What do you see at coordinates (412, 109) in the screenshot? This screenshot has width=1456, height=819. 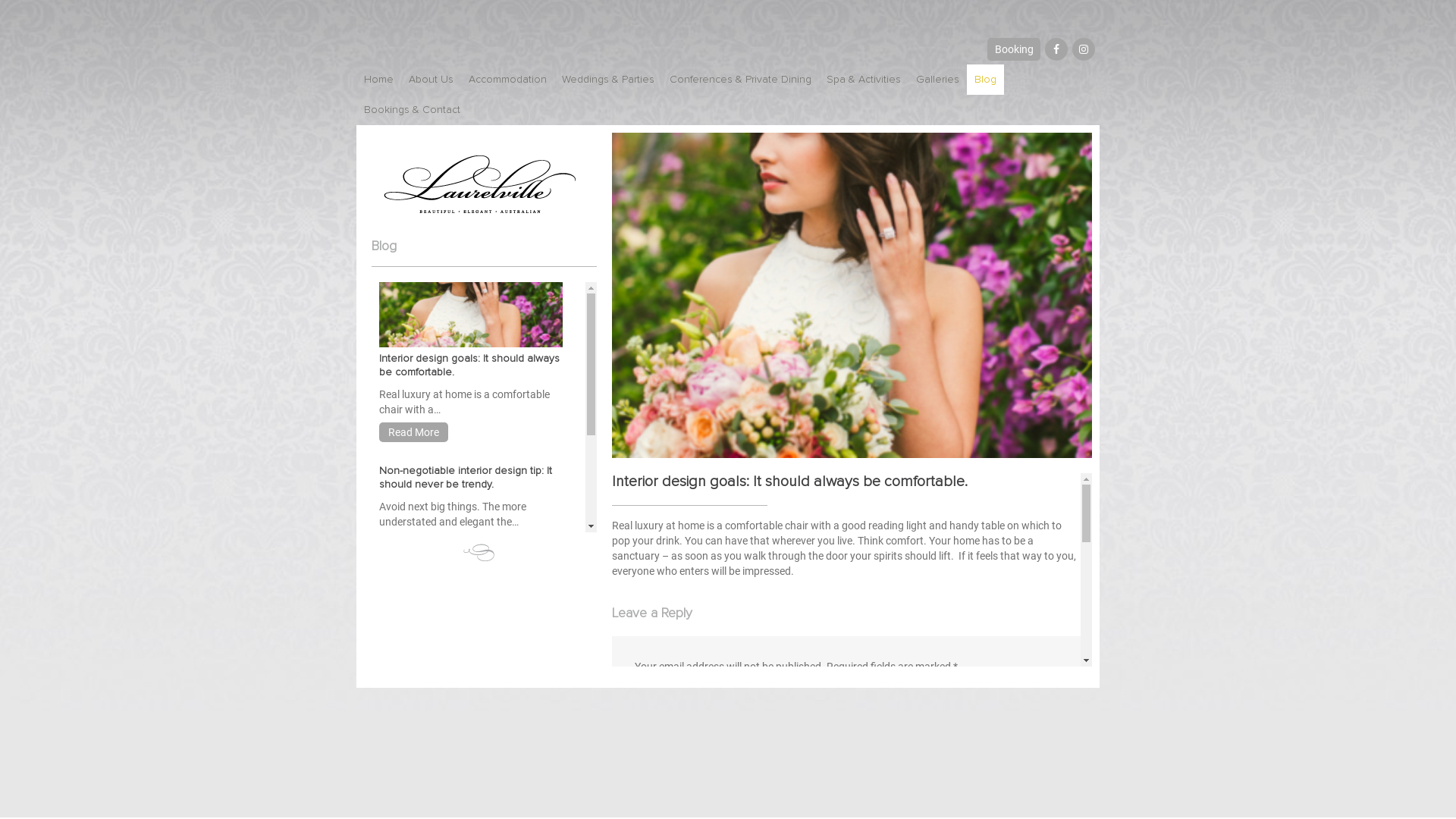 I see `'Bookings & Contact'` at bounding box center [412, 109].